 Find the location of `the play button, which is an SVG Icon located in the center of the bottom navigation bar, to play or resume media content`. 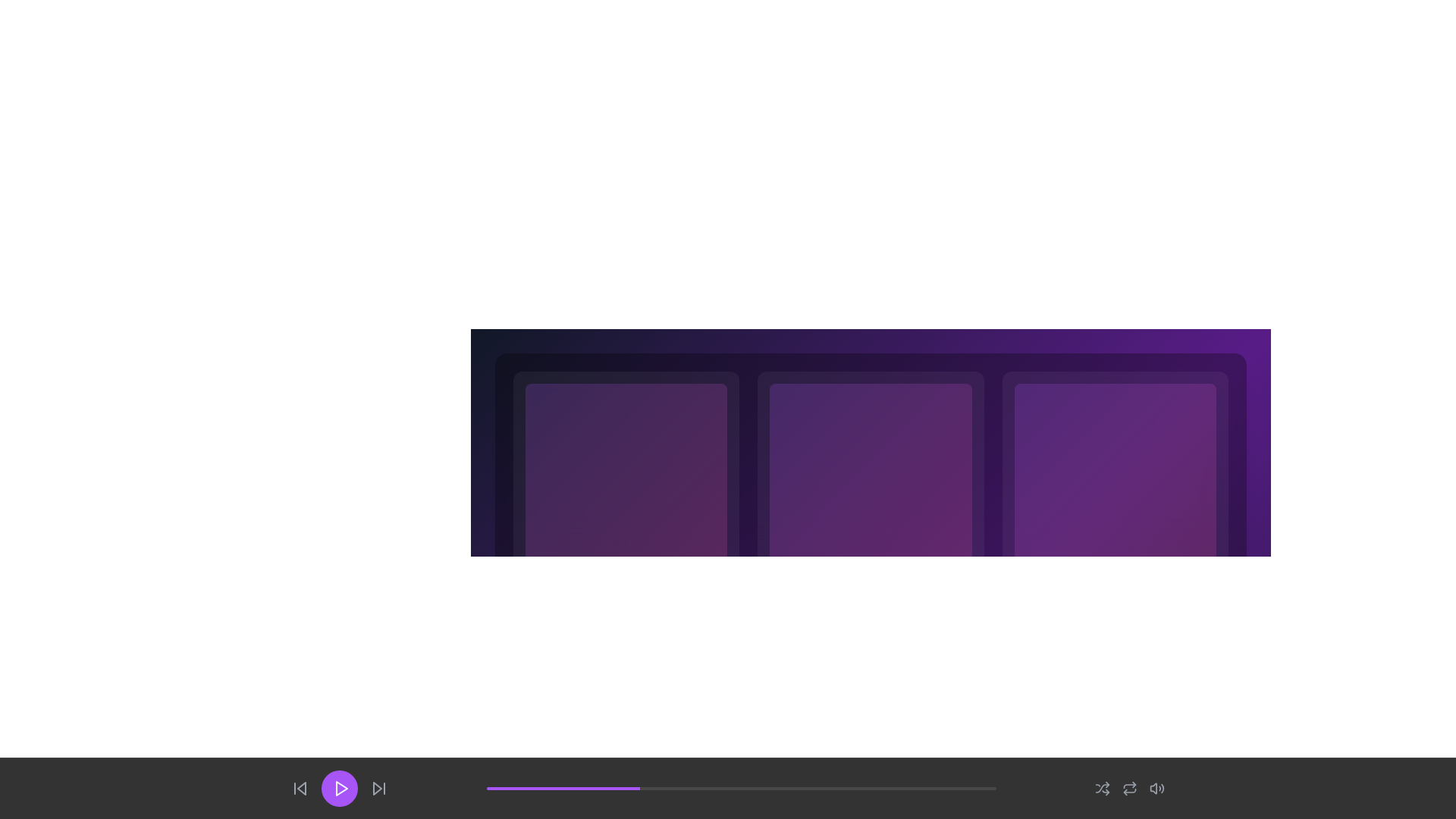

the play button, which is an SVG Icon located in the center of the bottom navigation bar, to play or resume media content is located at coordinates (340, 788).